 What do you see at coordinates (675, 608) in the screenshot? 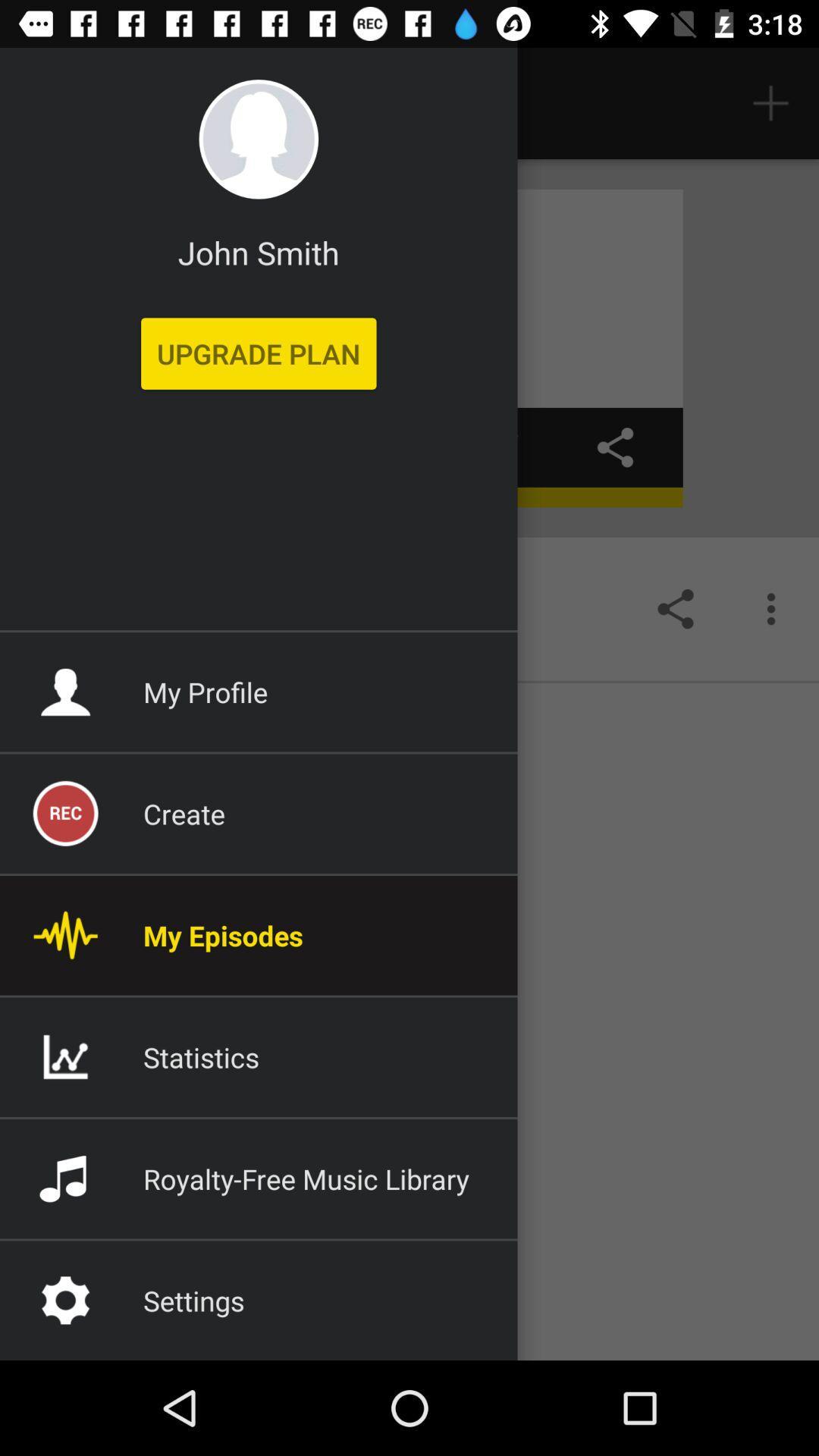
I see `a share button which is before more option` at bounding box center [675, 608].